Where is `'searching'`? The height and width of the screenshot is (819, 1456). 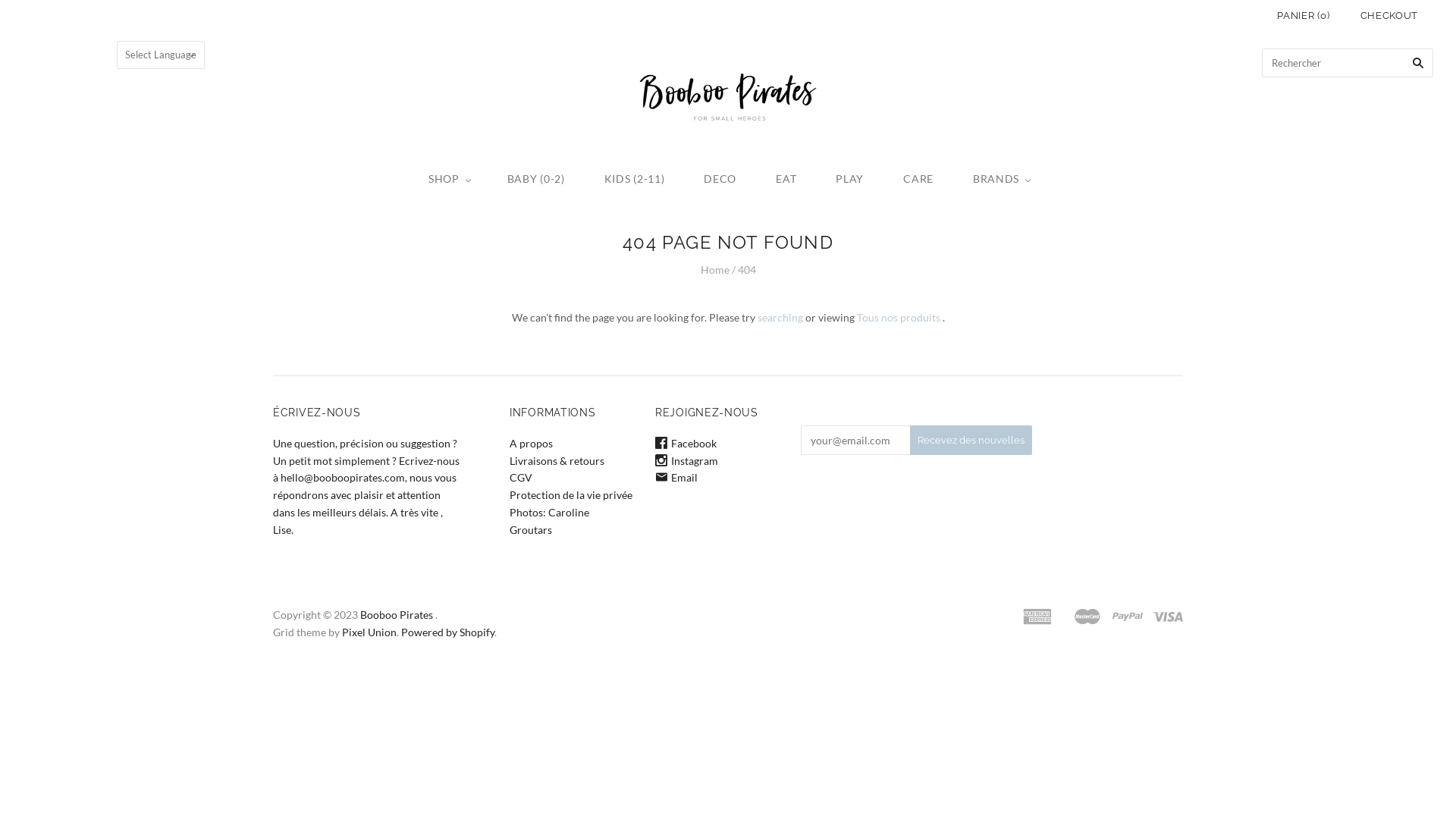 'searching' is located at coordinates (779, 316).